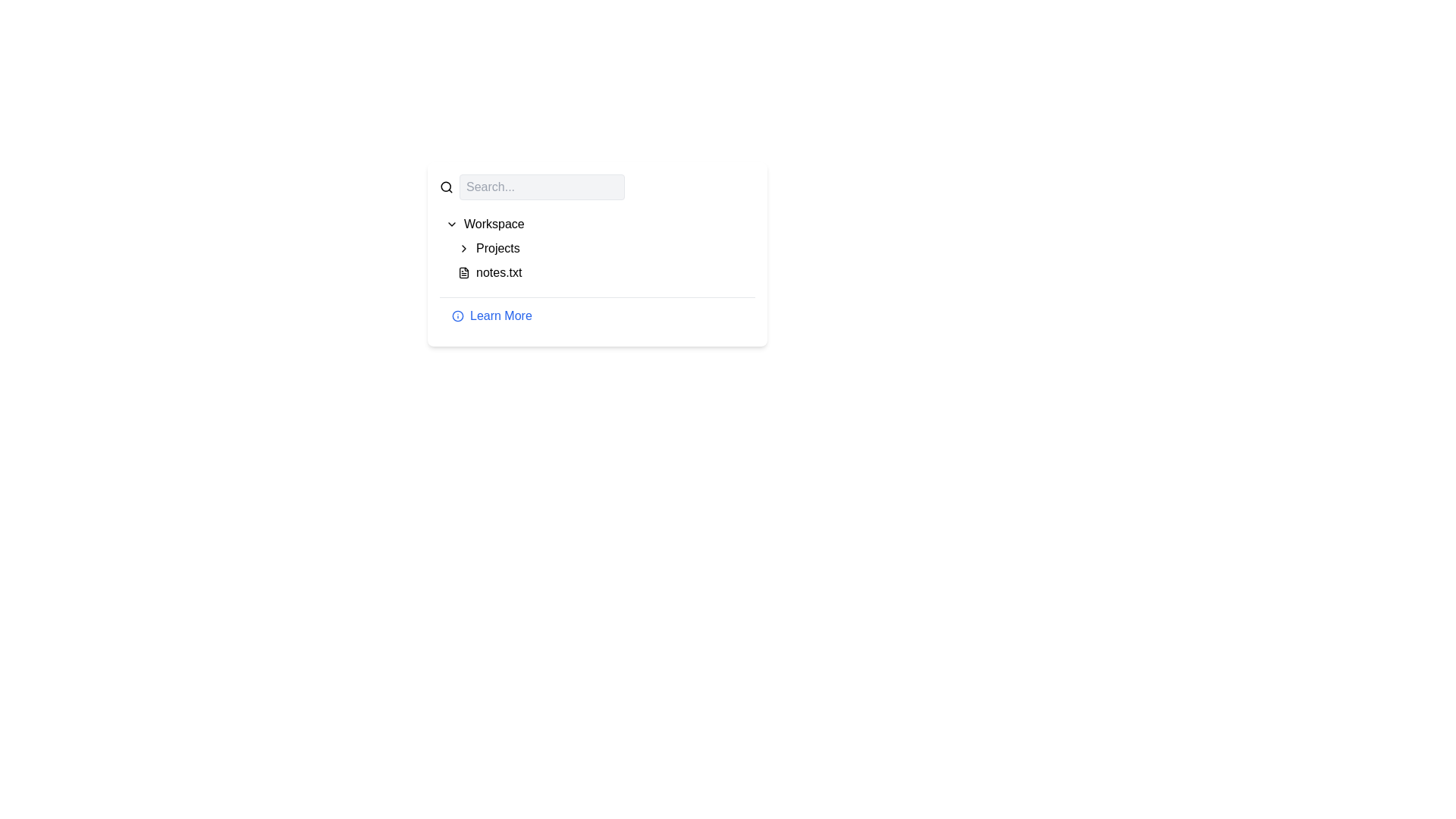  I want to click on the chevron icon indicating that the 'Projects' item can be expanded or navigated to, so click(463, 247).